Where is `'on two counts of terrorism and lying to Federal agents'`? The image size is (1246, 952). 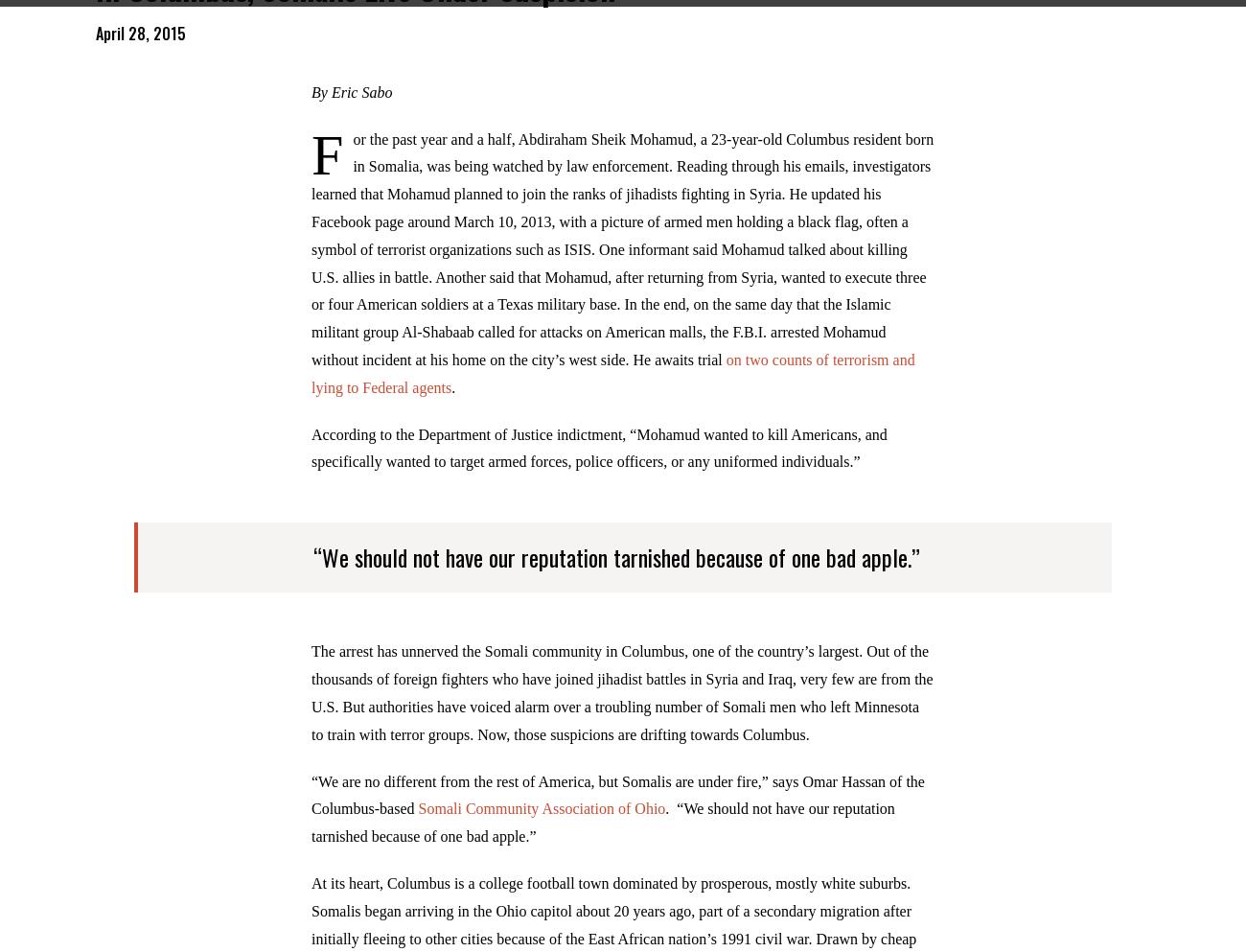 'on two counts of terrorism and lying to Federal agents' is located at coordinates (612, 384).